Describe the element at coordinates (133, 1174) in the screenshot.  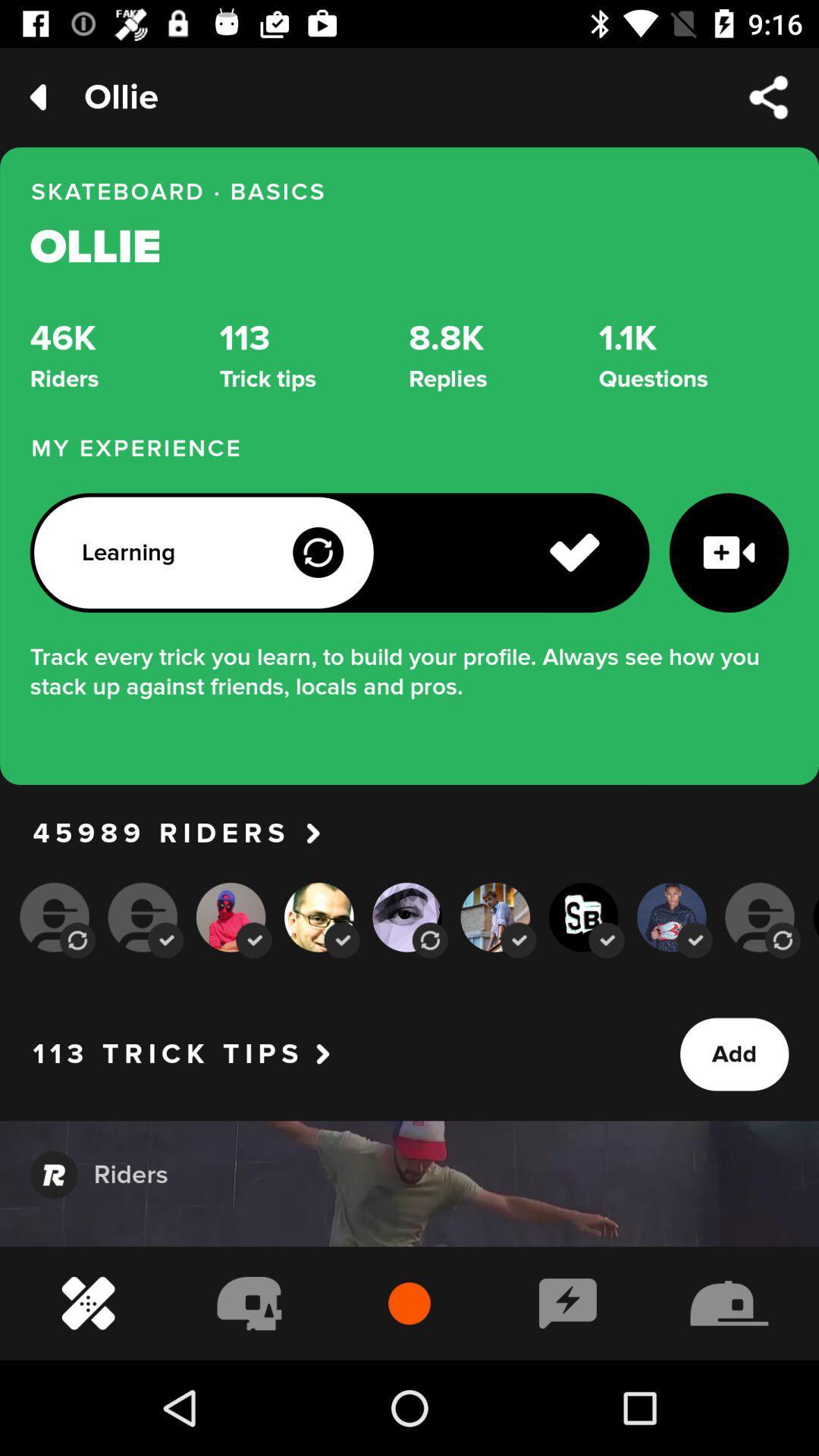
I see `the option rider below trick tips` at that location.